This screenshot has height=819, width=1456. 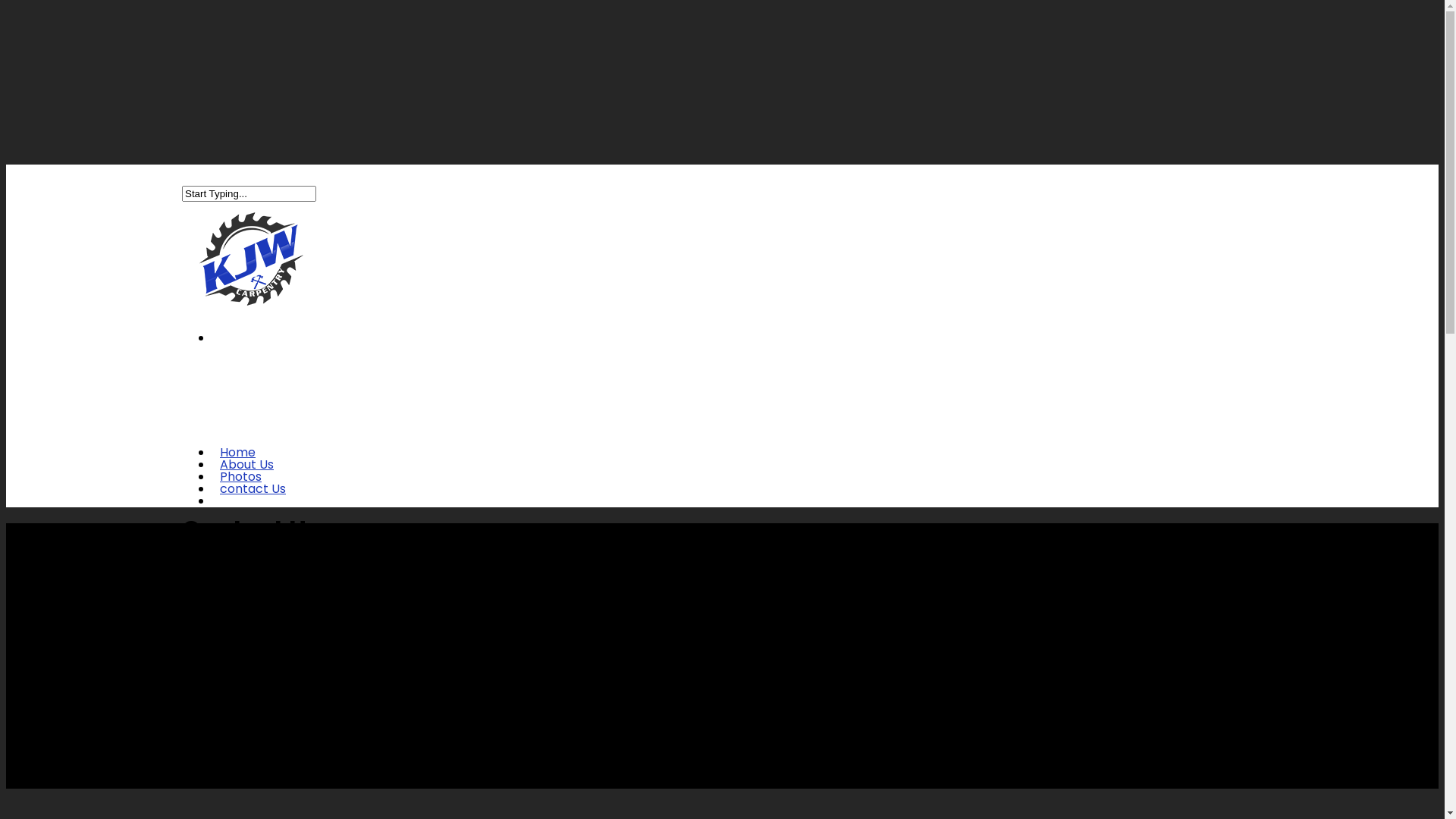 I want to click on 'Home', so click(x=237, y=462).